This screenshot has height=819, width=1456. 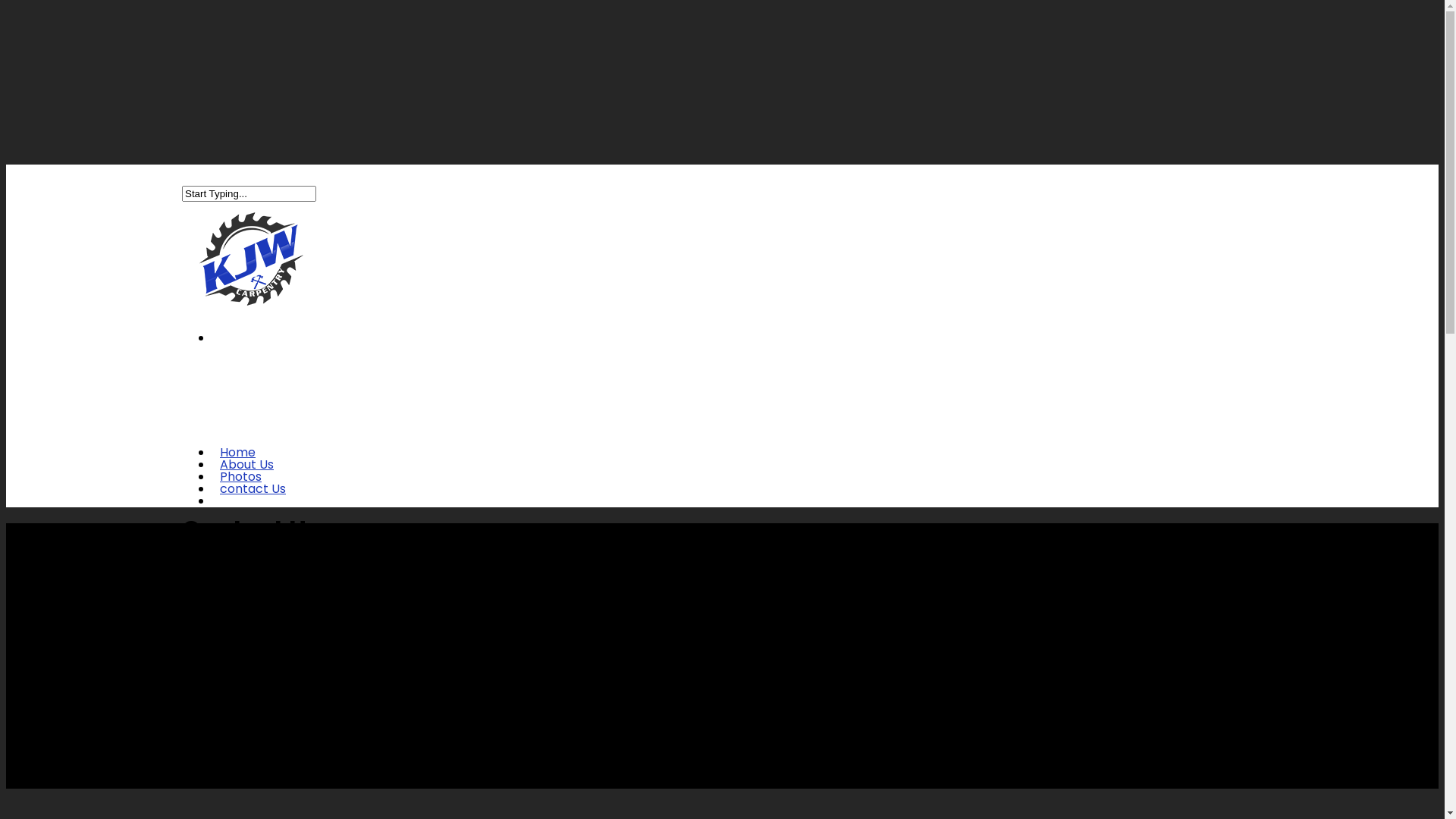 I want to click on 'Home', so click(x=237, y=462).